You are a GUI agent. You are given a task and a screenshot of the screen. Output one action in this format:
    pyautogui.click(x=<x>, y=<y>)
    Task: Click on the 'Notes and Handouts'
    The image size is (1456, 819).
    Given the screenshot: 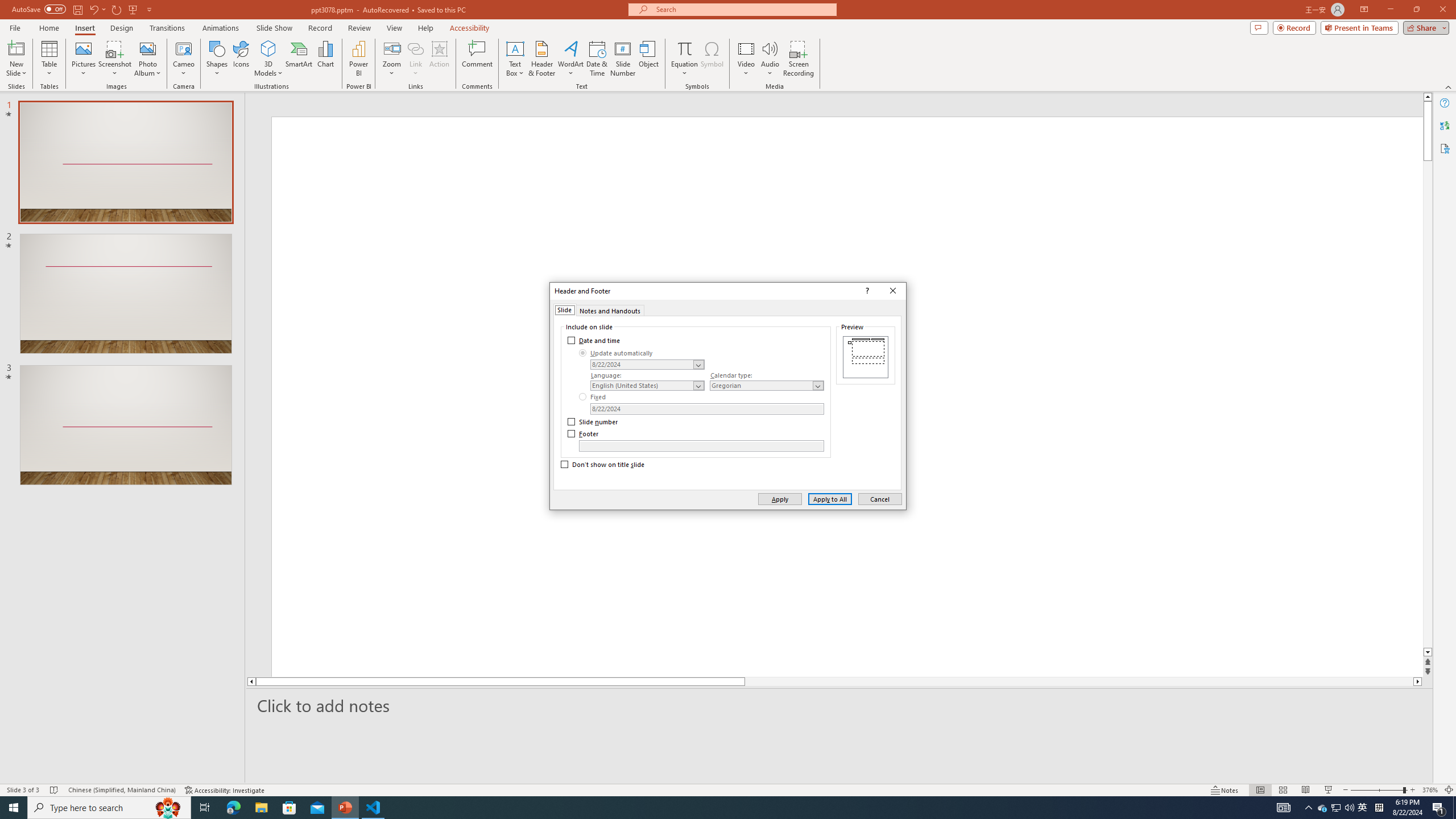 What is the action you would take?
    pyautogui.click(x=610, y=309)
    